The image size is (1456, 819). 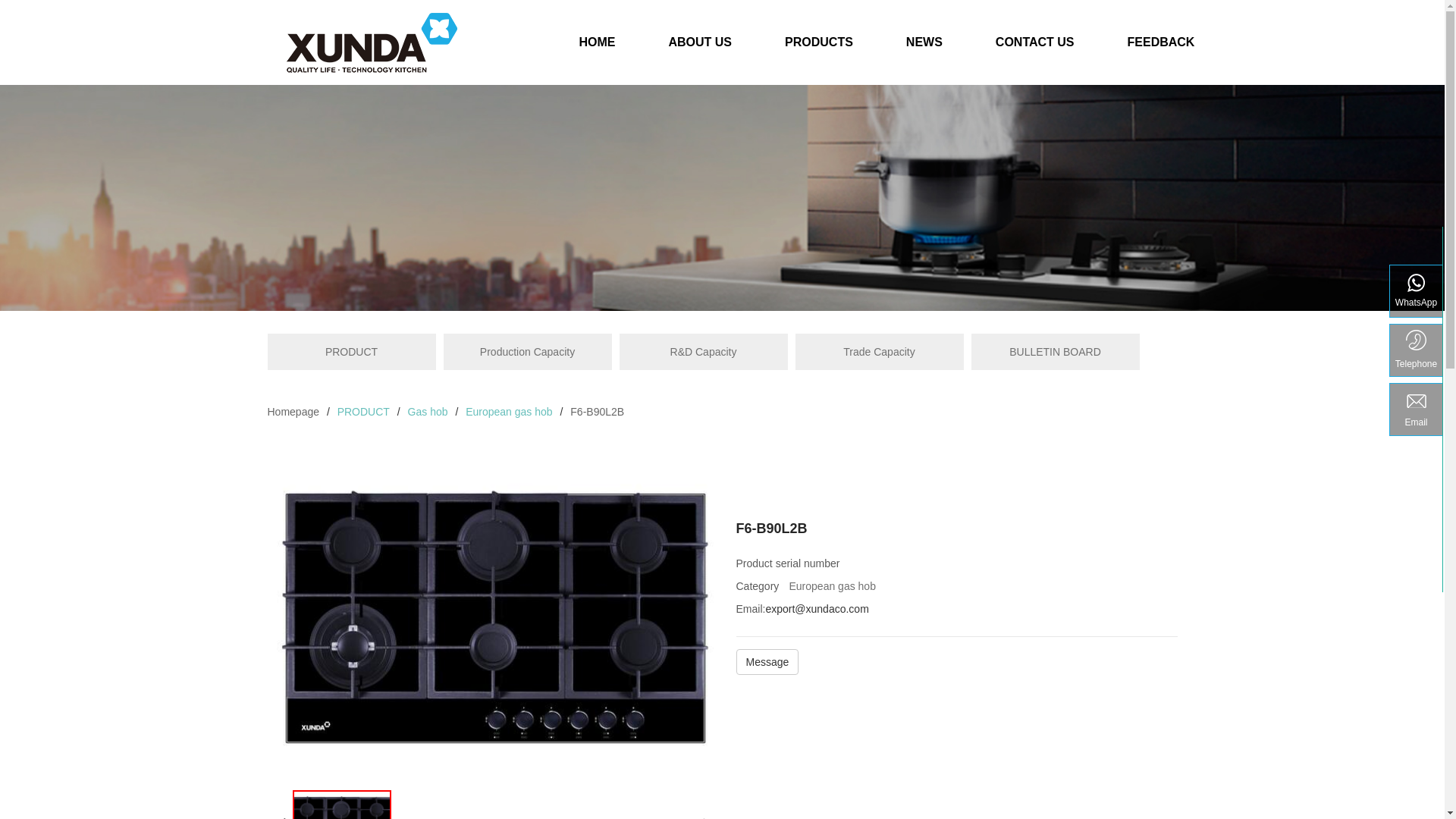 I want to click on 'CONTACT US', so click(x=1034, y=48).